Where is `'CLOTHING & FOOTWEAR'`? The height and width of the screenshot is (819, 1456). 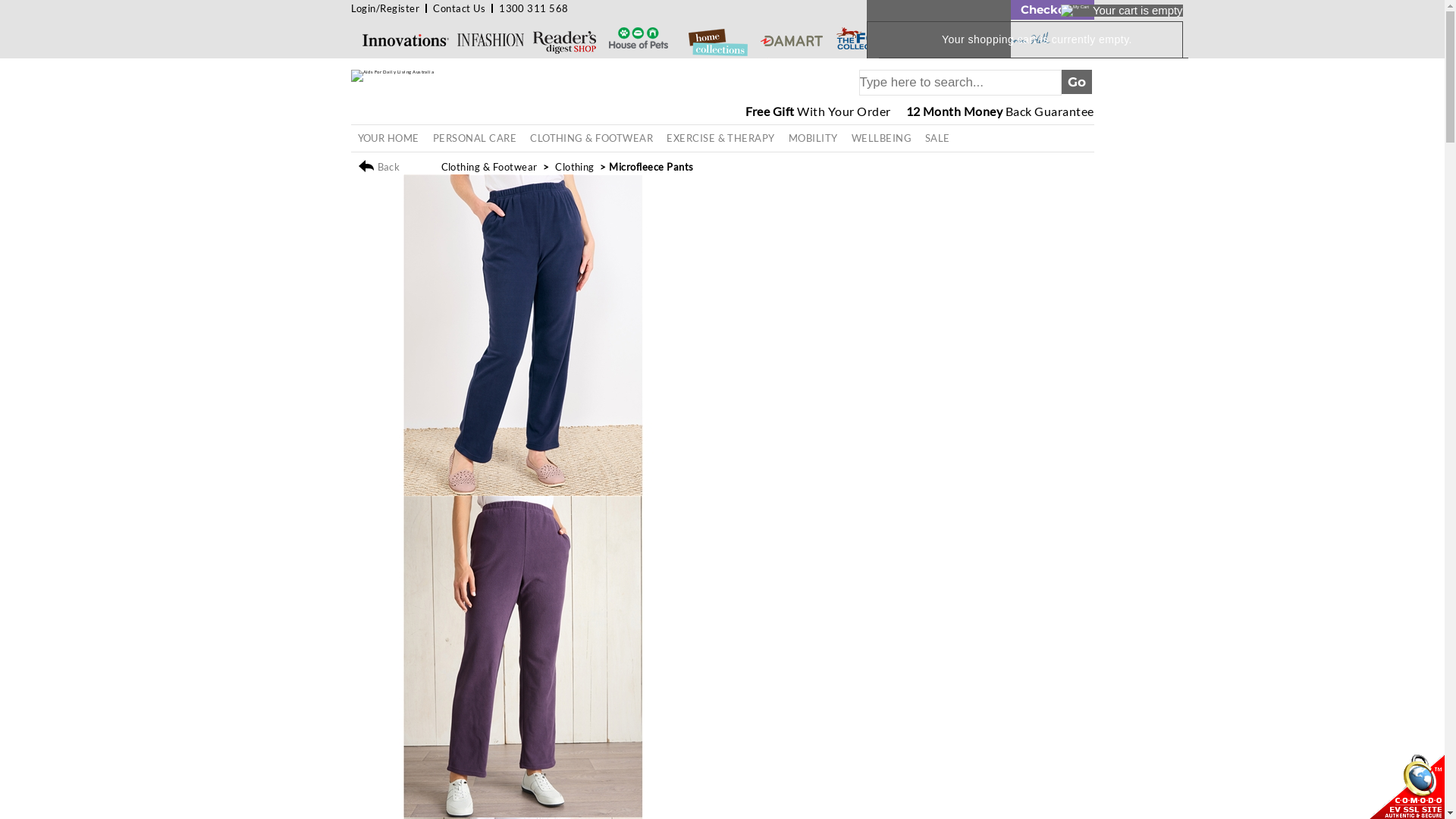 'CLOTHING & FOOTWEAR' is located at coordinates (590, 138).